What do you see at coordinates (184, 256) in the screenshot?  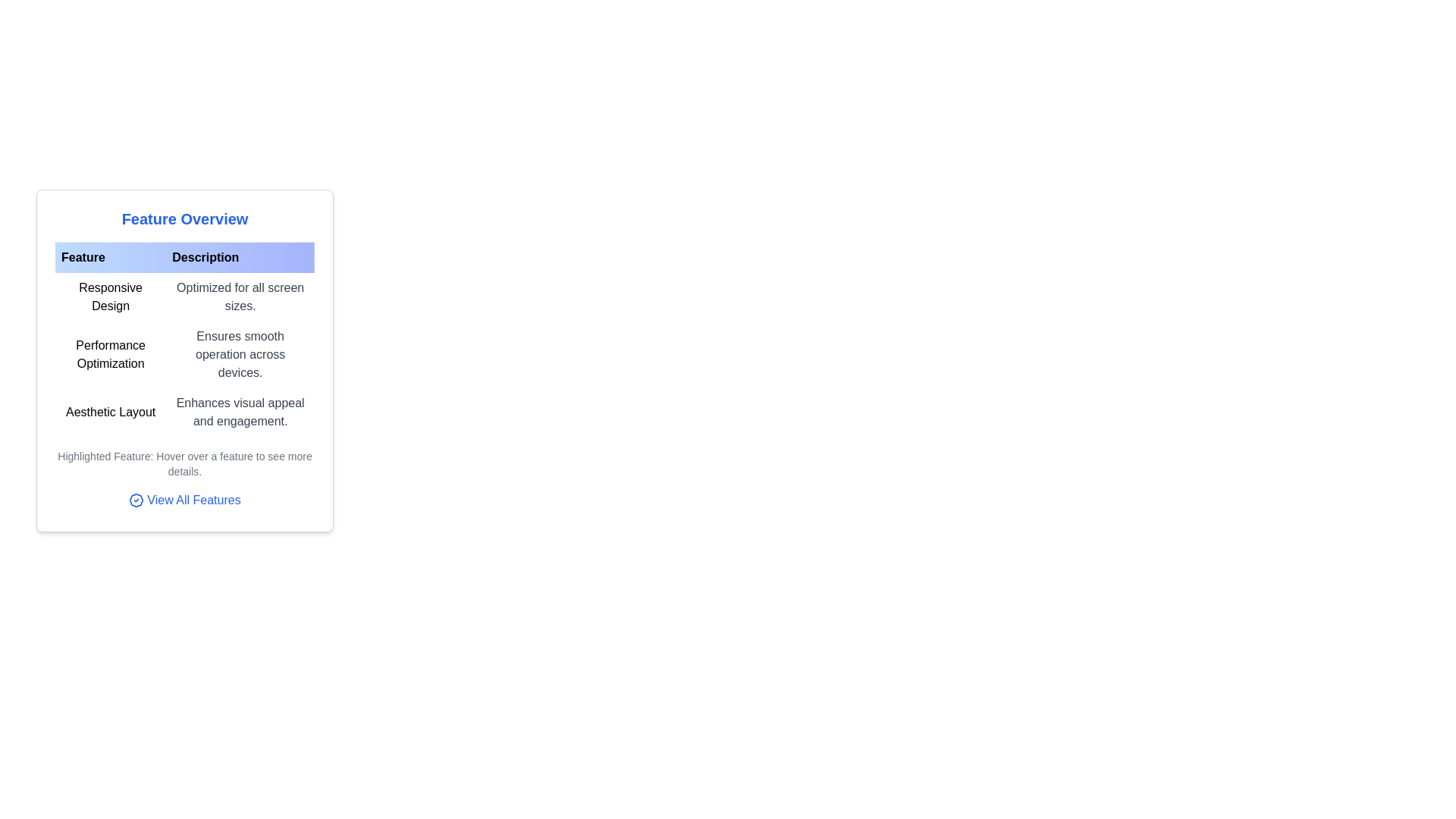 I see `the Table Header Row which has a gradient background and contains the text segments 'Feature' and 'Description', positioned at the top of the structured list` at bounding box center [184, 256].